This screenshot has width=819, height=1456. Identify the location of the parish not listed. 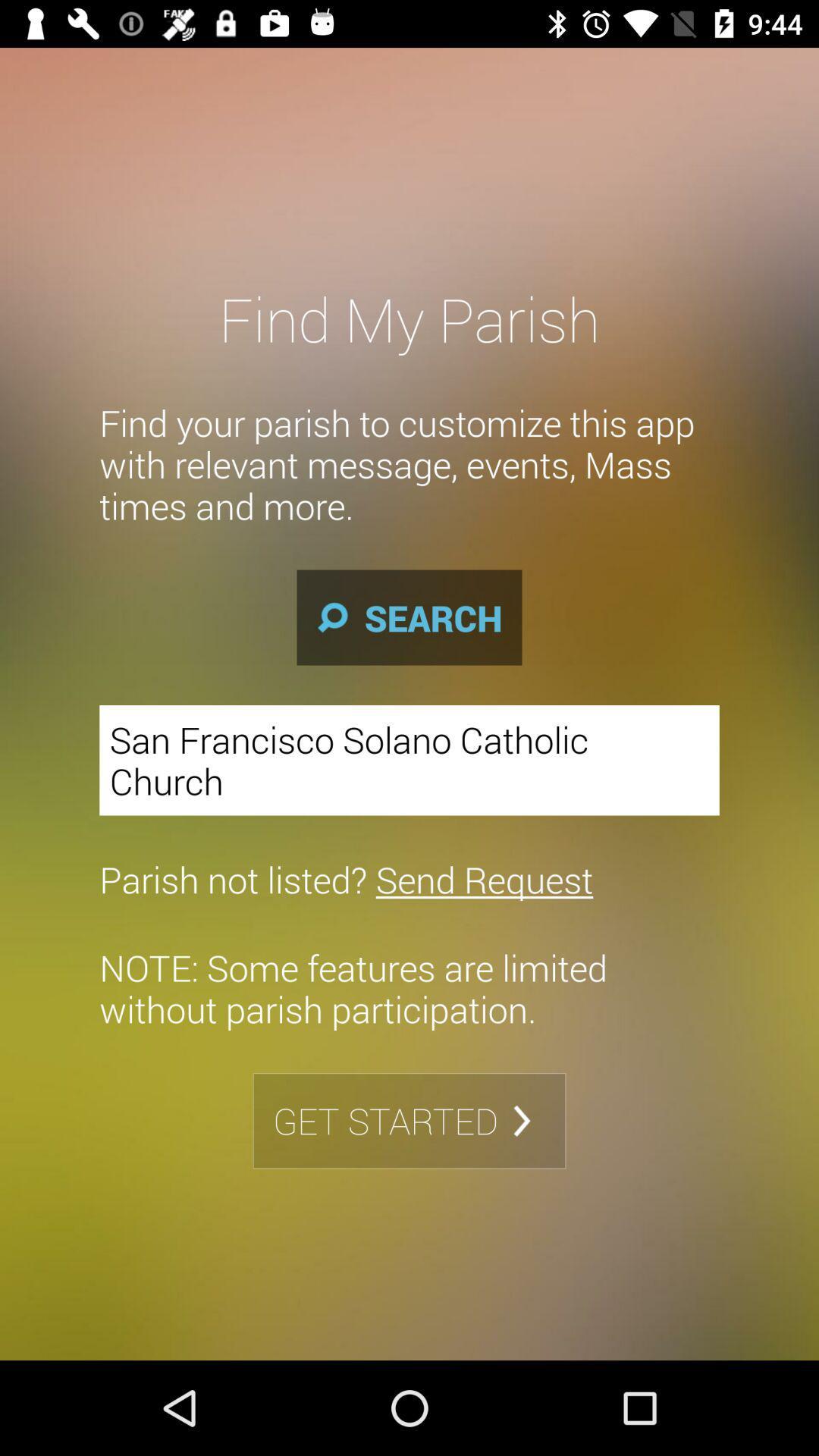
(346, 879).